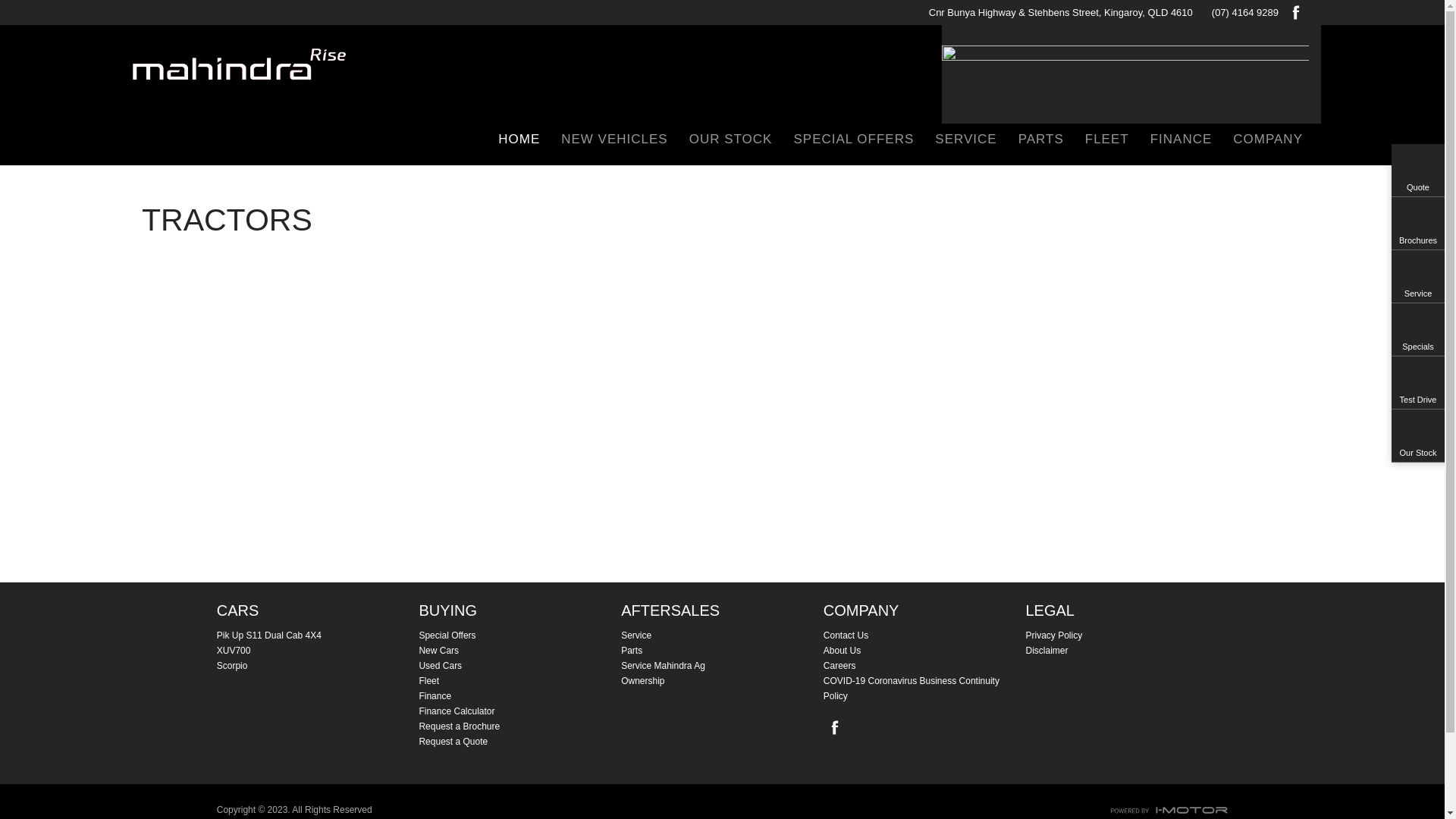 The image size is (1456, 819). What do you see at coordinates (1040, 140) in the screenshot?
I see `'PARTS'` at bounding box center [1040, 140].